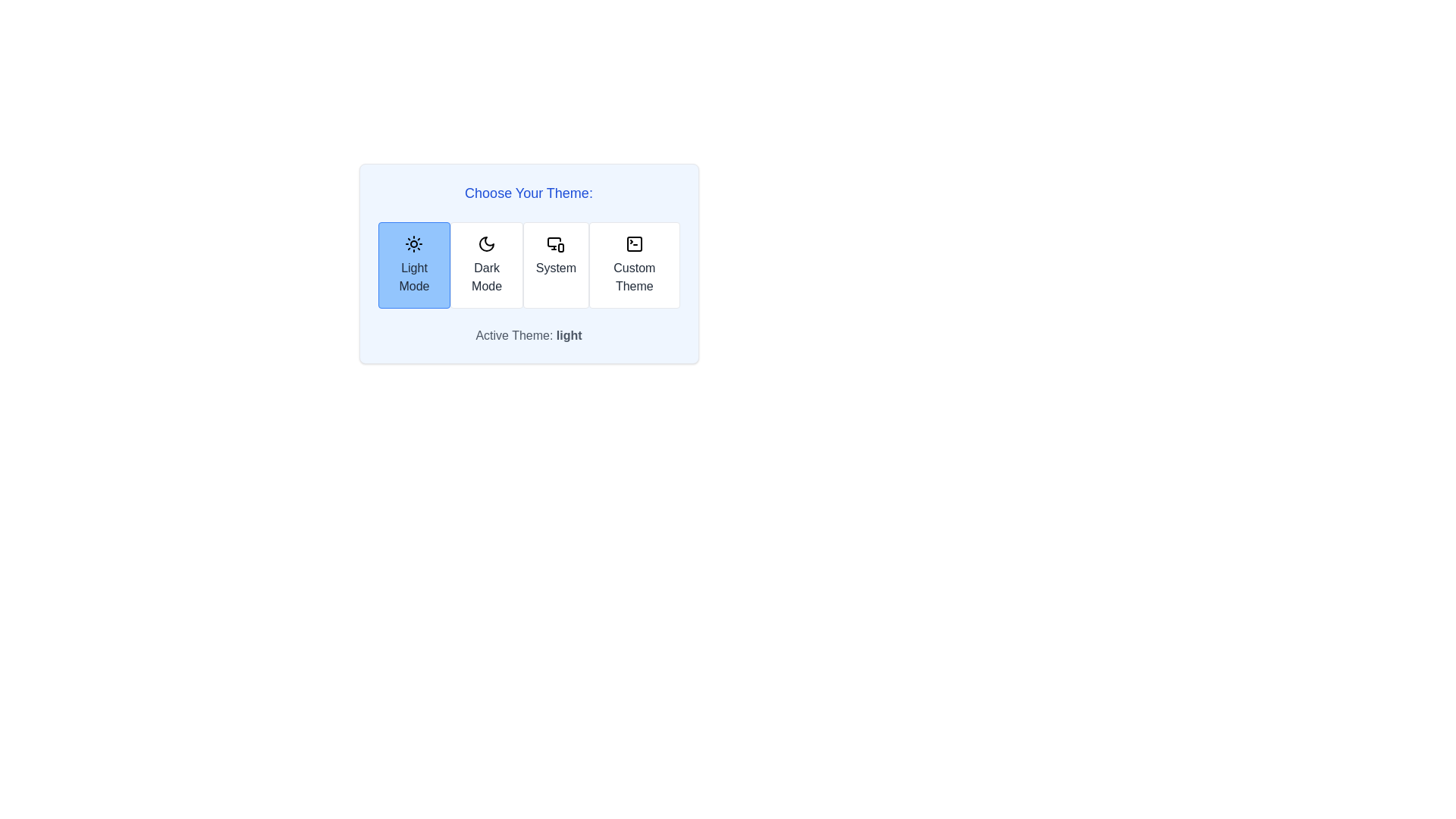  Describe the element at coordinates (555, 265) in the screenshot. I see `the theme option System by clicking on the corresponding button` at that location.